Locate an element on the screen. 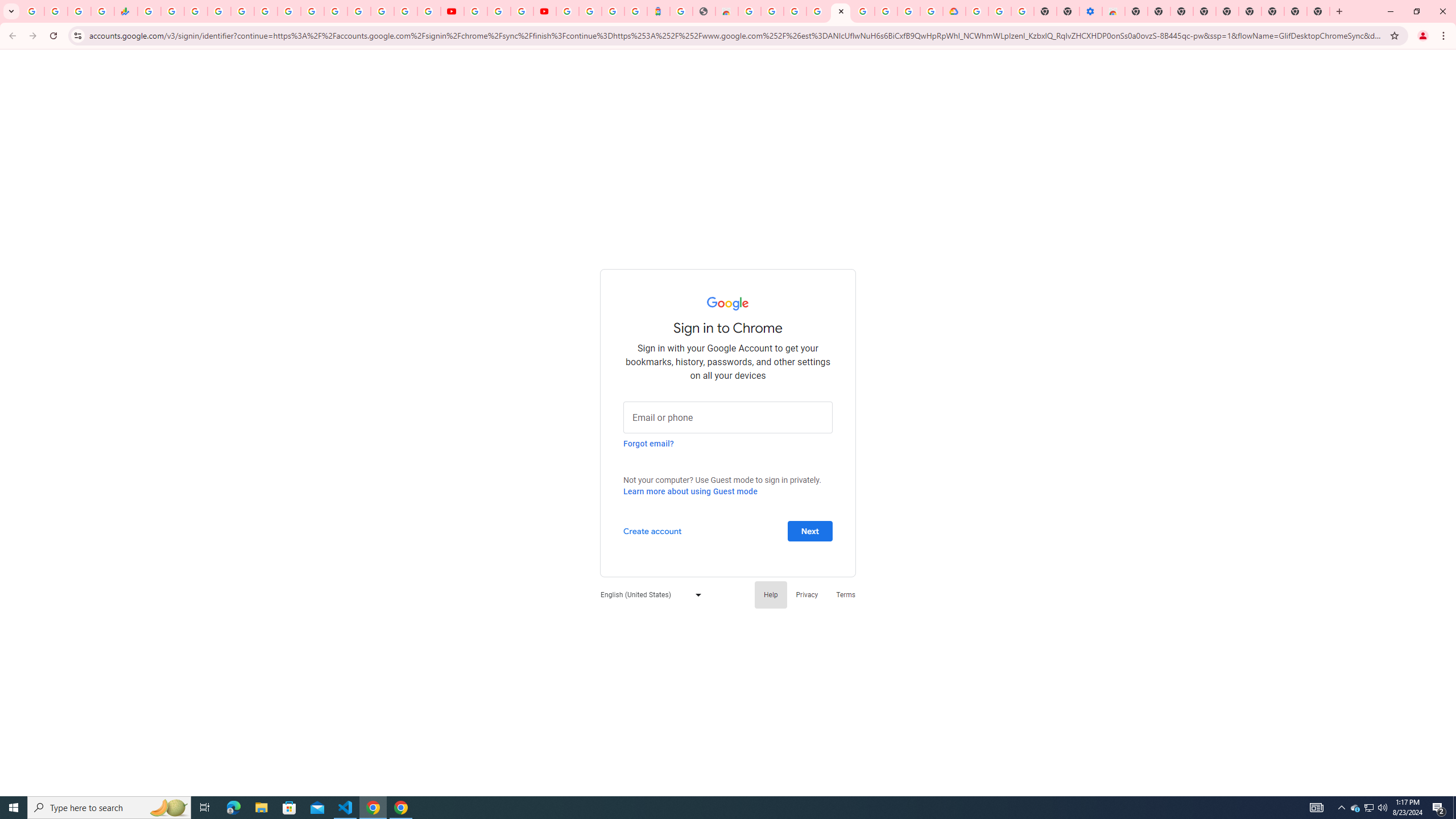 The image size is (1456, 819). 'English (United States)' is located at coordinates (647, 594).